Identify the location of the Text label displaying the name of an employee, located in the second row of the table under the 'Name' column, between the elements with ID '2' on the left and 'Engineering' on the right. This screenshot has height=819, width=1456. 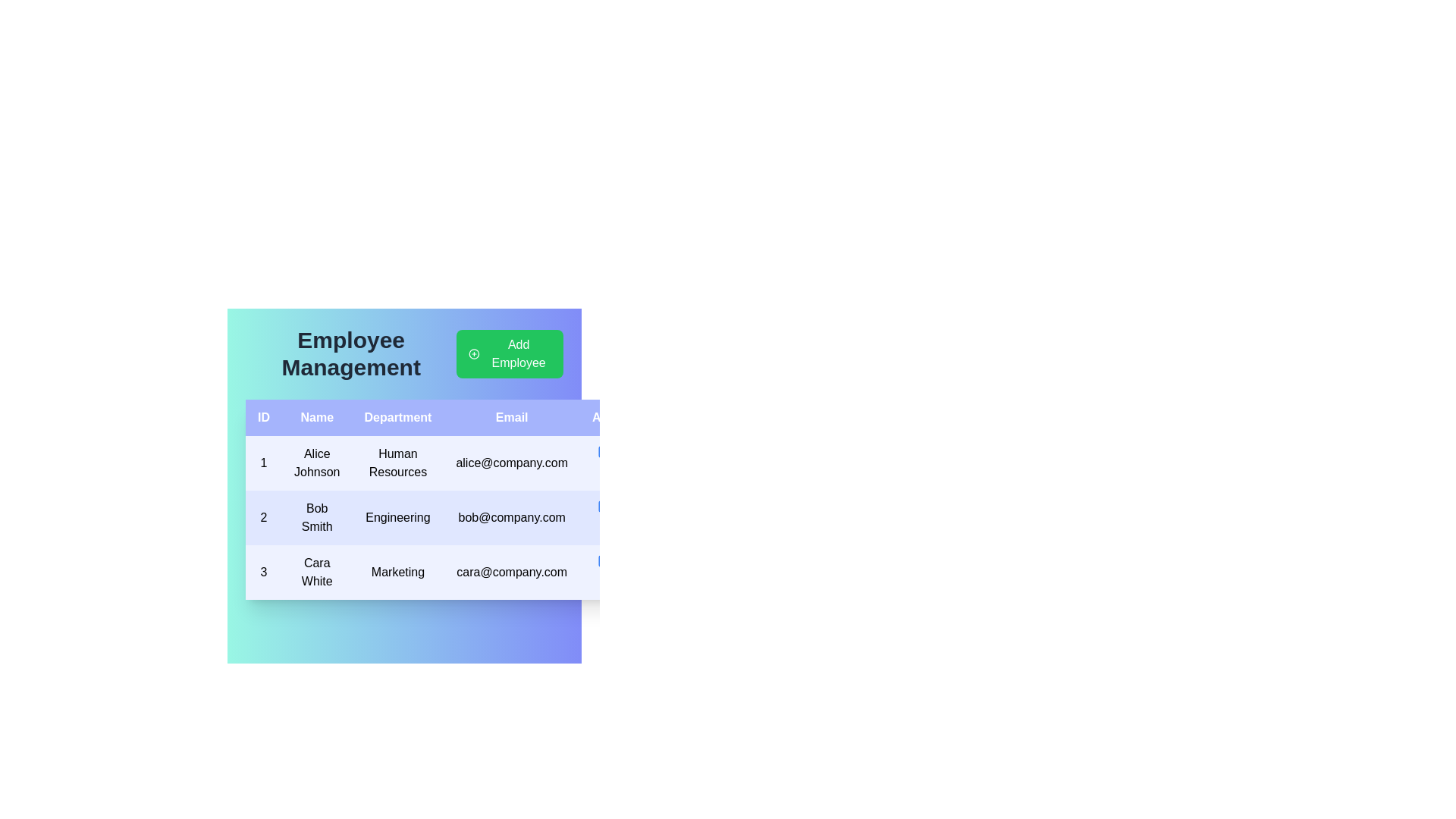
(316, 516).